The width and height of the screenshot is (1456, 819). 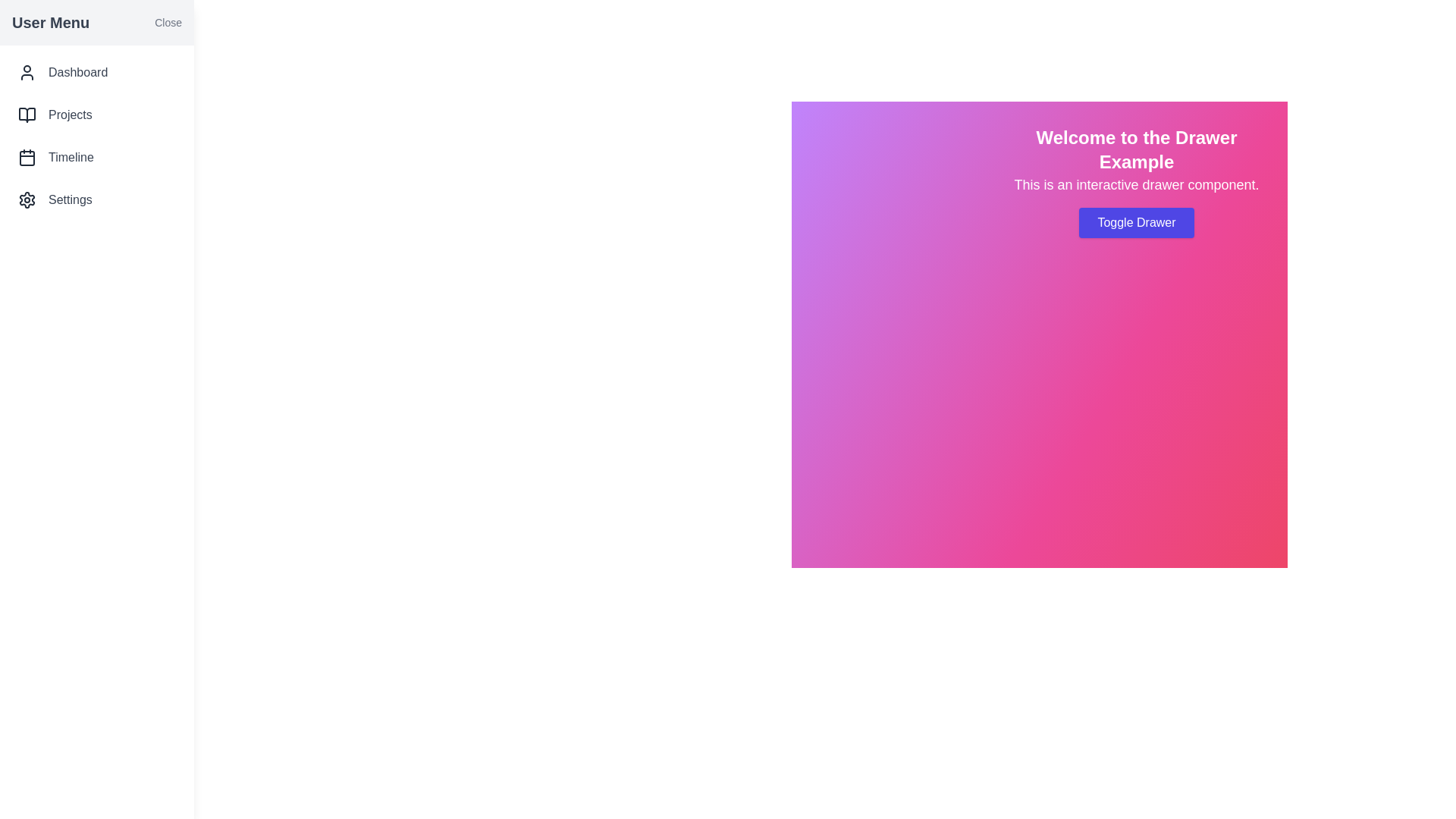 I want to click on the 'Toggle Drawer' button to toggle the drawer's state, so click(x=1136, y=222).